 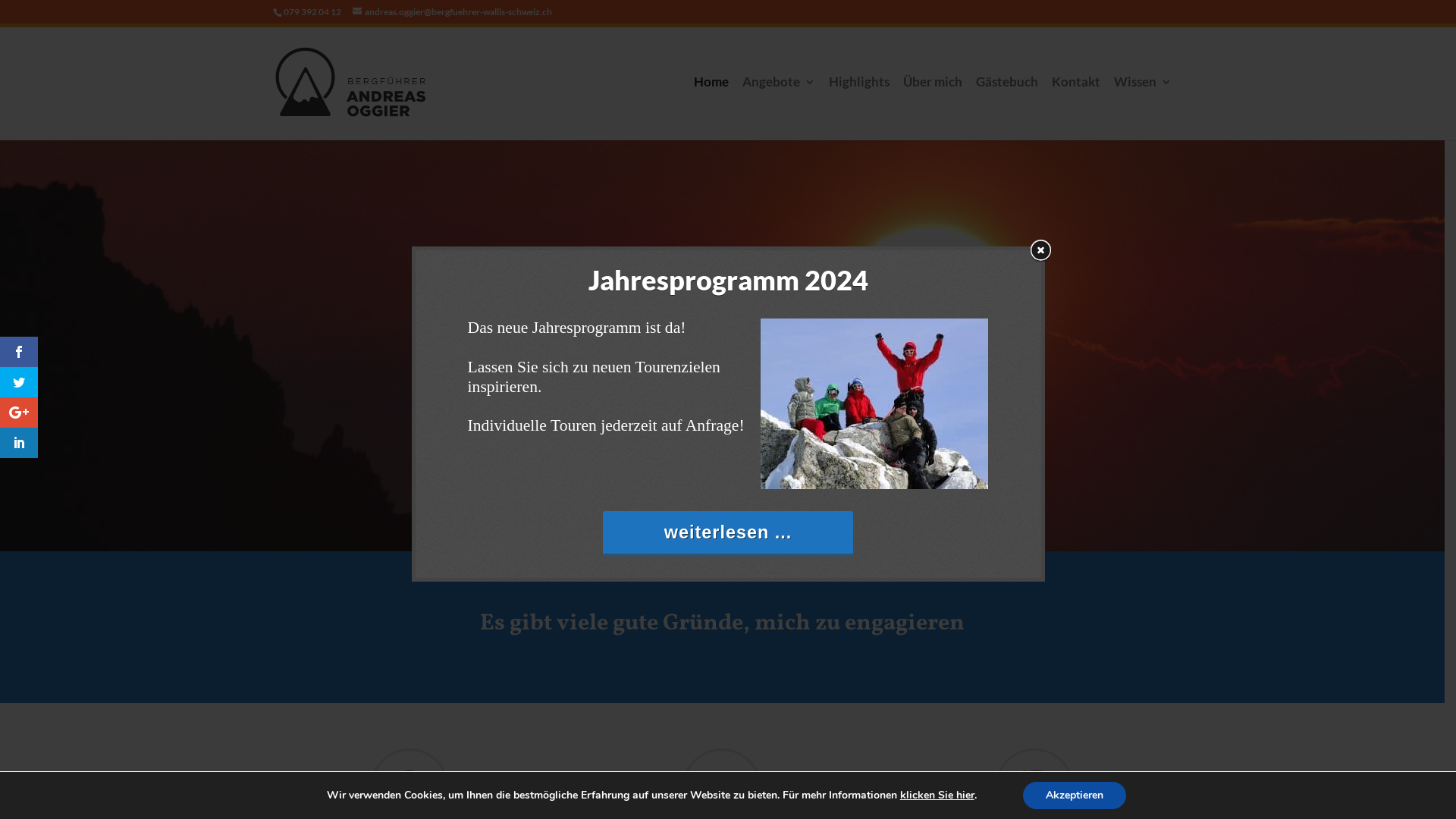 What do you see at coordinates (451, 11) in the screenshot?
I see `'andreas.oggier@bergfuehrer-wallis-schweiz.ch'` at bounding box center [451, 11].